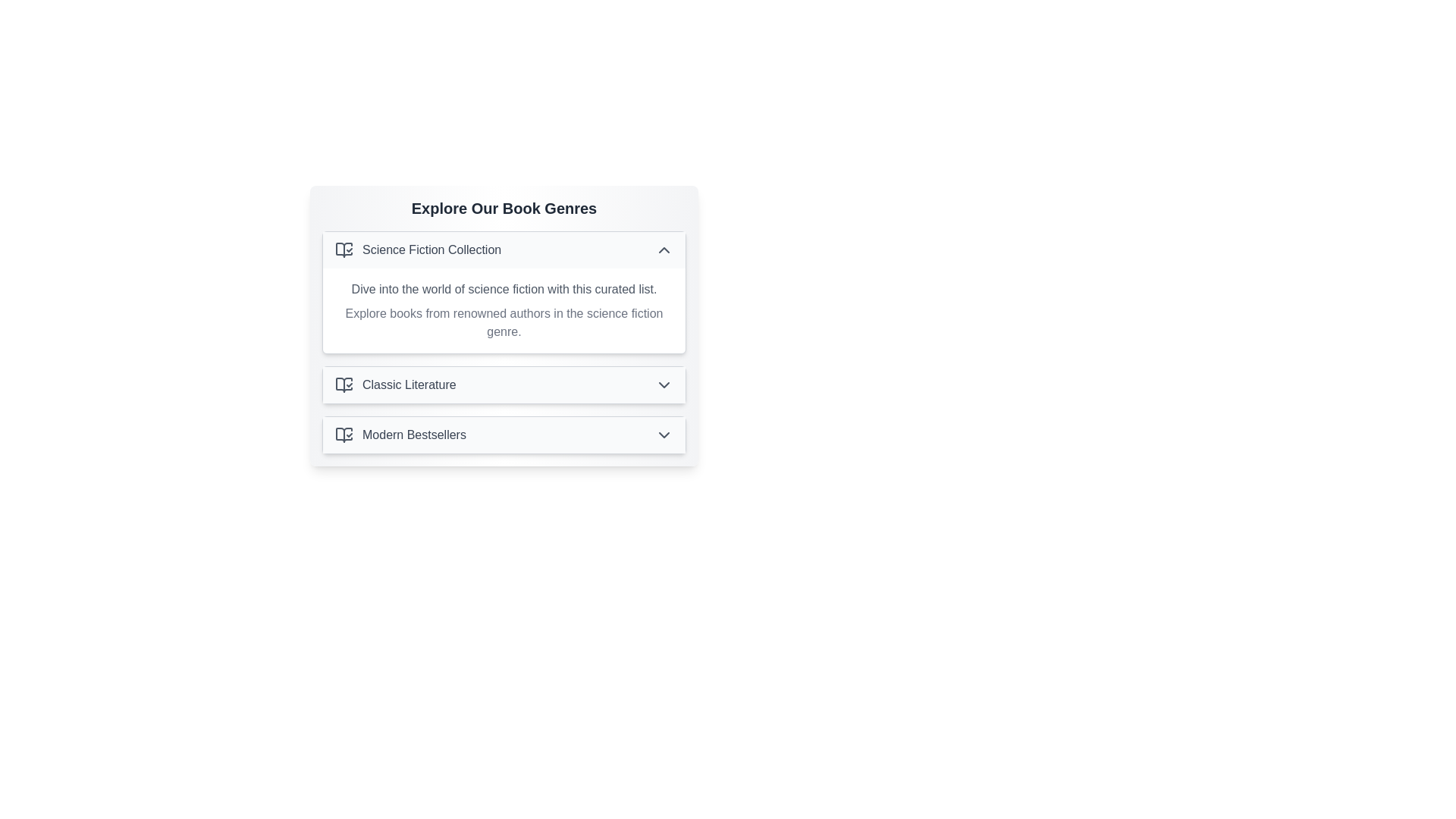 This screenshot has height=819, width=1456. Describe the element at coordinates (504, 309) in the screenshot. I see `the Text Block that provides a detailed description of the 'Science Fiction Collection' to emphasize it` at that location.